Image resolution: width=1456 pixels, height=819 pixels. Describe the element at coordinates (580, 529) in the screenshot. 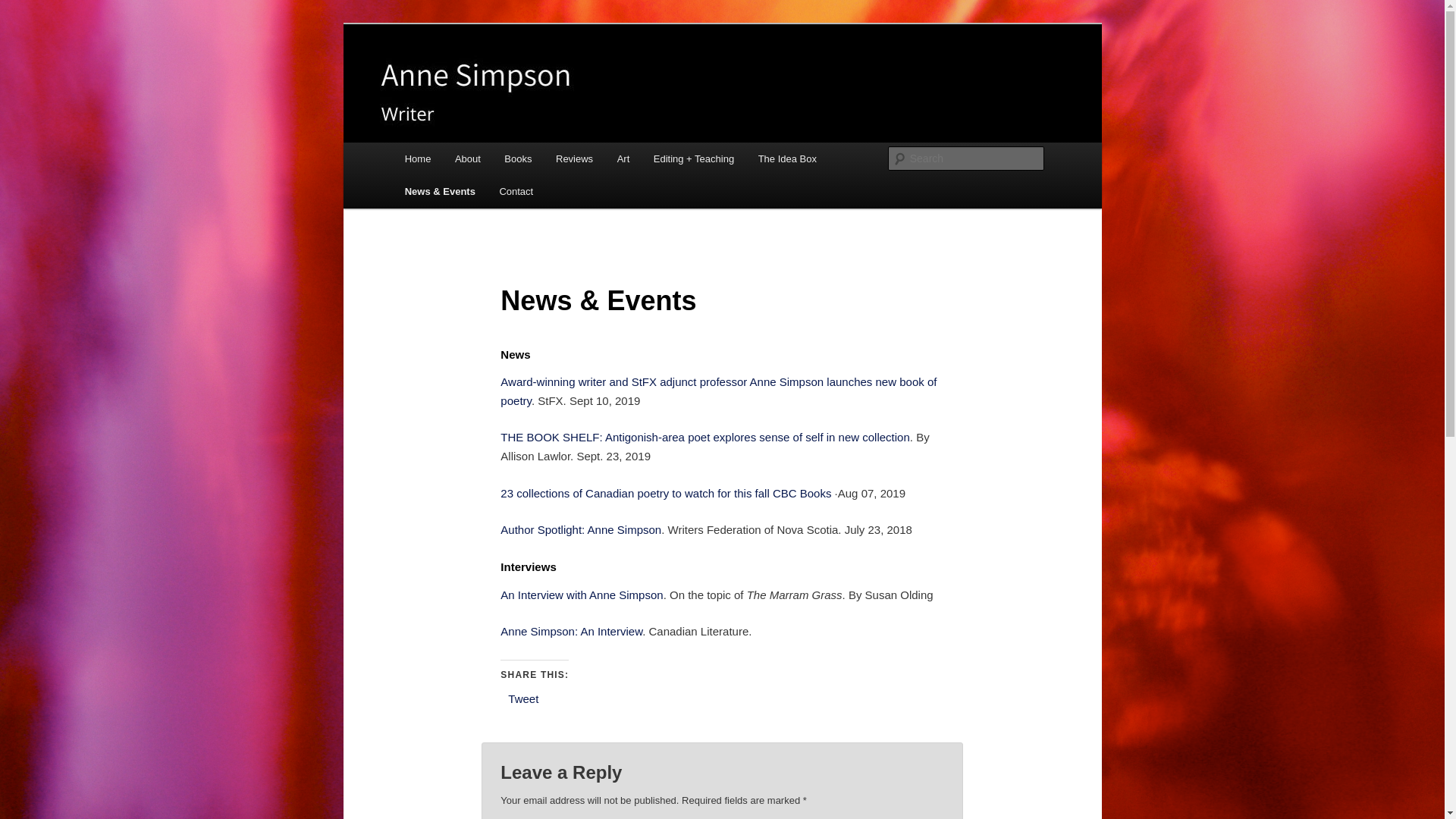

I see `'Author Spotlight: Anne Simpson'` at that location.